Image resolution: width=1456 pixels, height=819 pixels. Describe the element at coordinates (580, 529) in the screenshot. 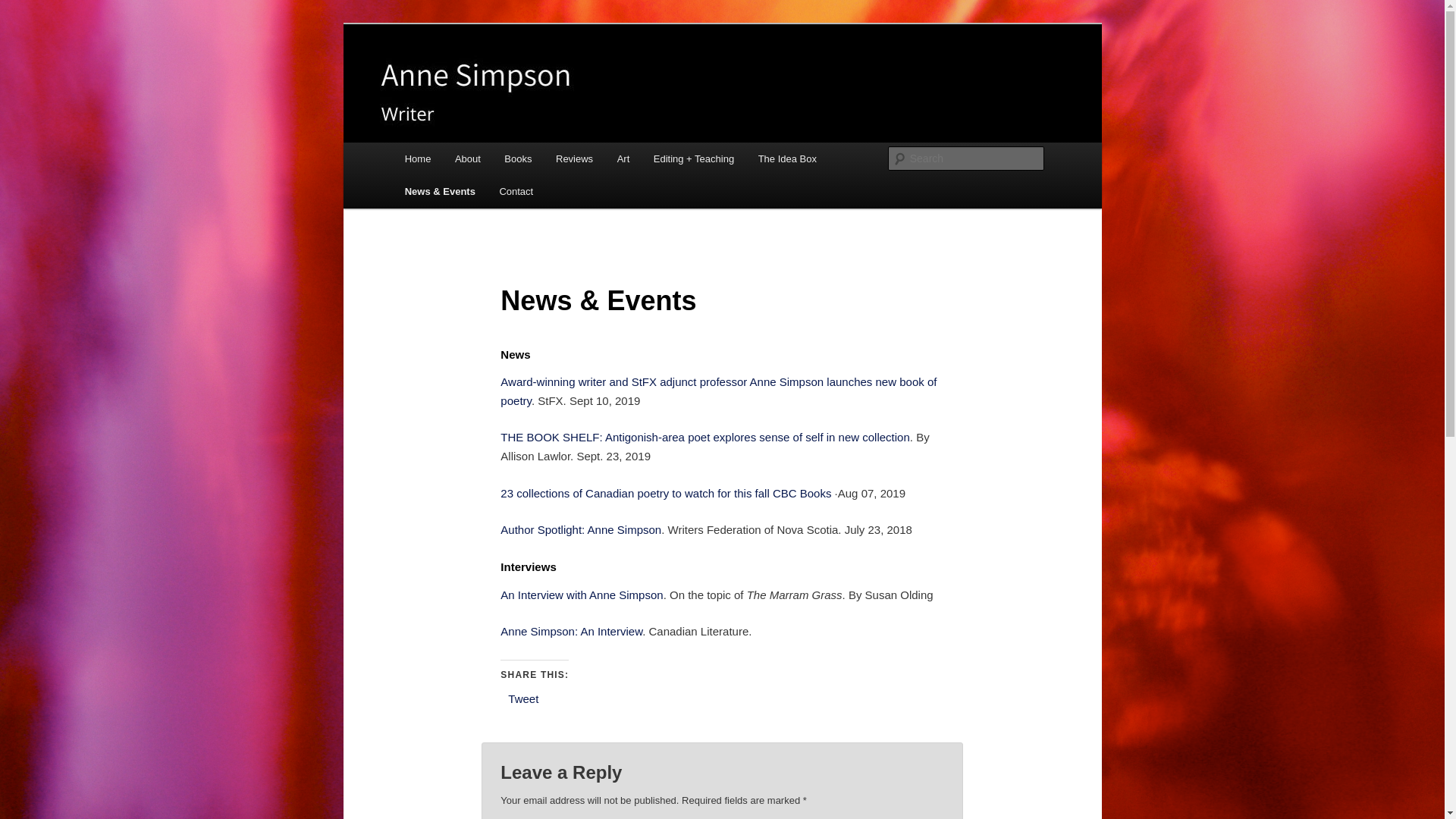

I see `'Author Spotlight: Anne Simpson'` at that location.